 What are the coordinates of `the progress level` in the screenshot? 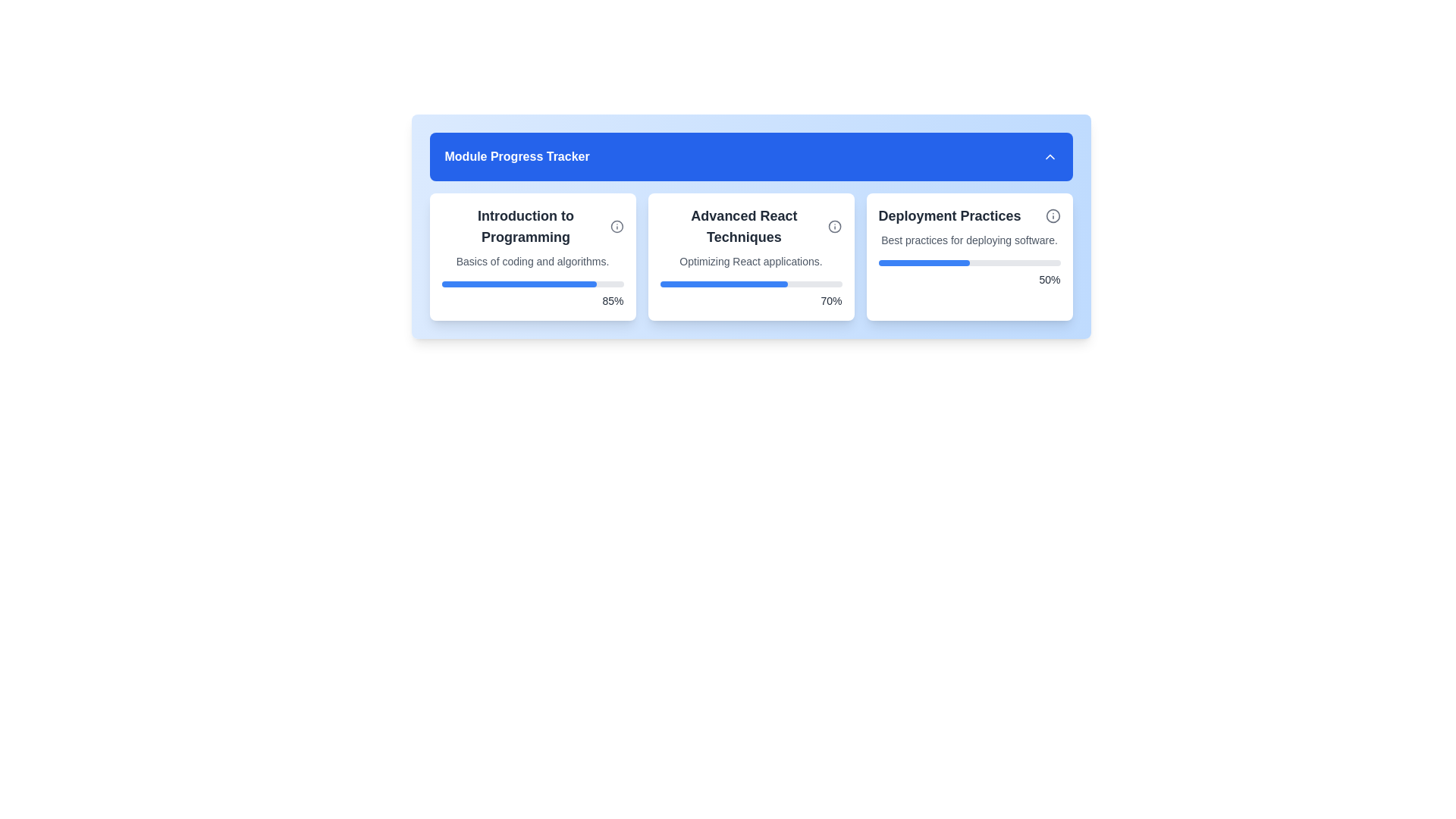 It's located at (1004, 262).